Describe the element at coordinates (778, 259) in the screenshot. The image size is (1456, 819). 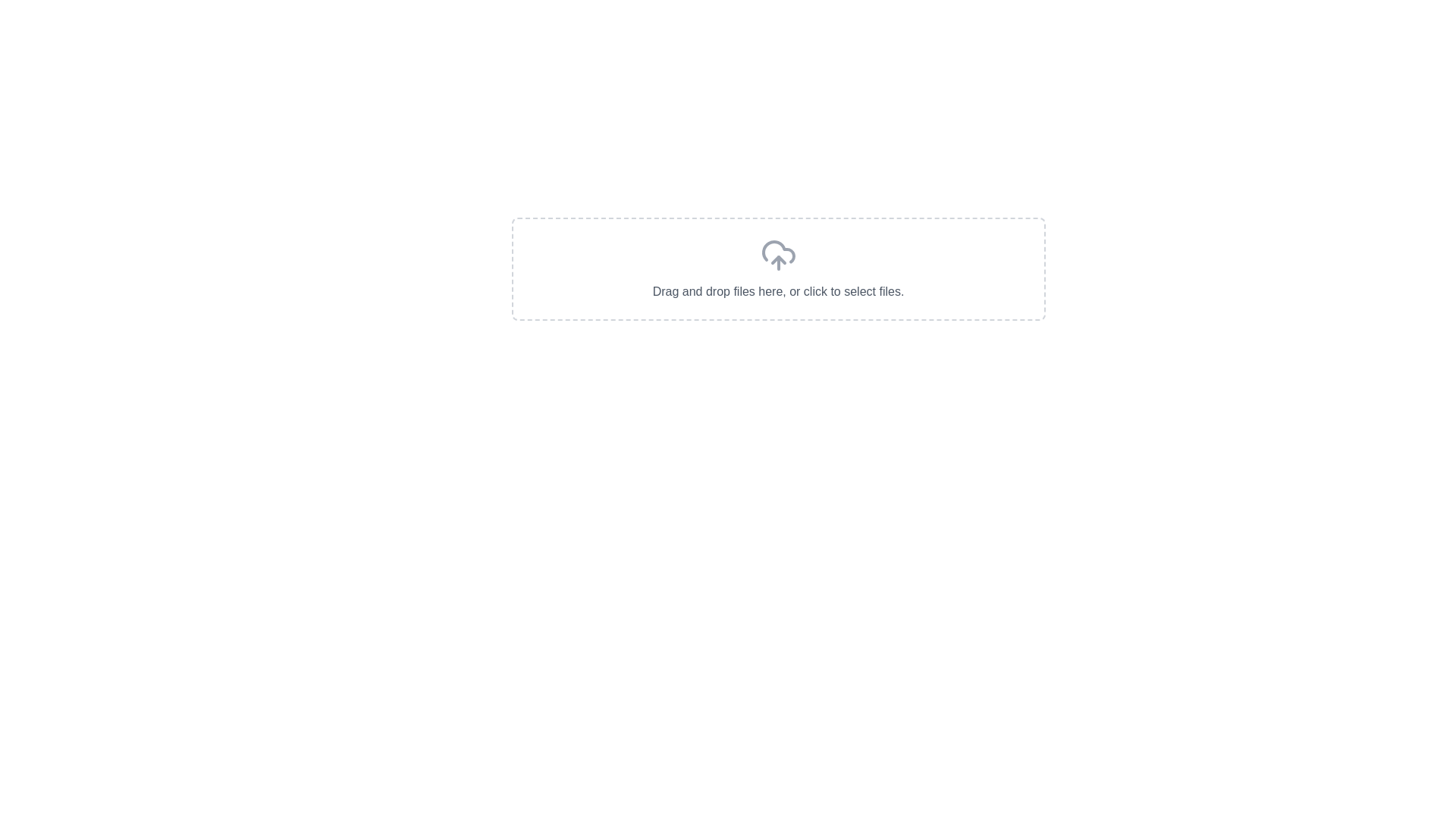
I see `the upward pointing arrow shape integrated within the cloud icon, located towards the bottom center of the cloud` at that location.